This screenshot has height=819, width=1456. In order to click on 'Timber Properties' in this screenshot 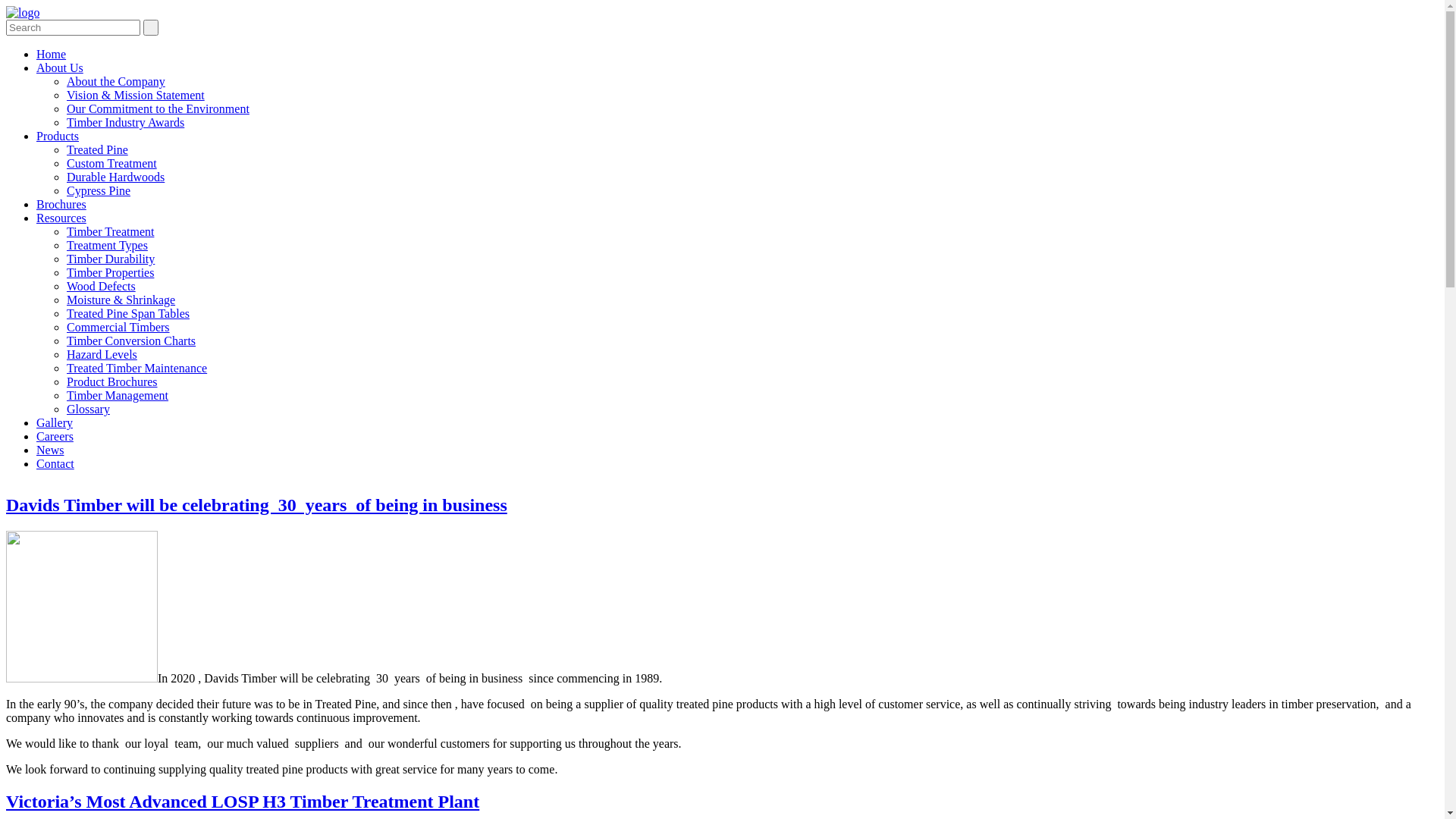, I will do `click(109, 271)`.